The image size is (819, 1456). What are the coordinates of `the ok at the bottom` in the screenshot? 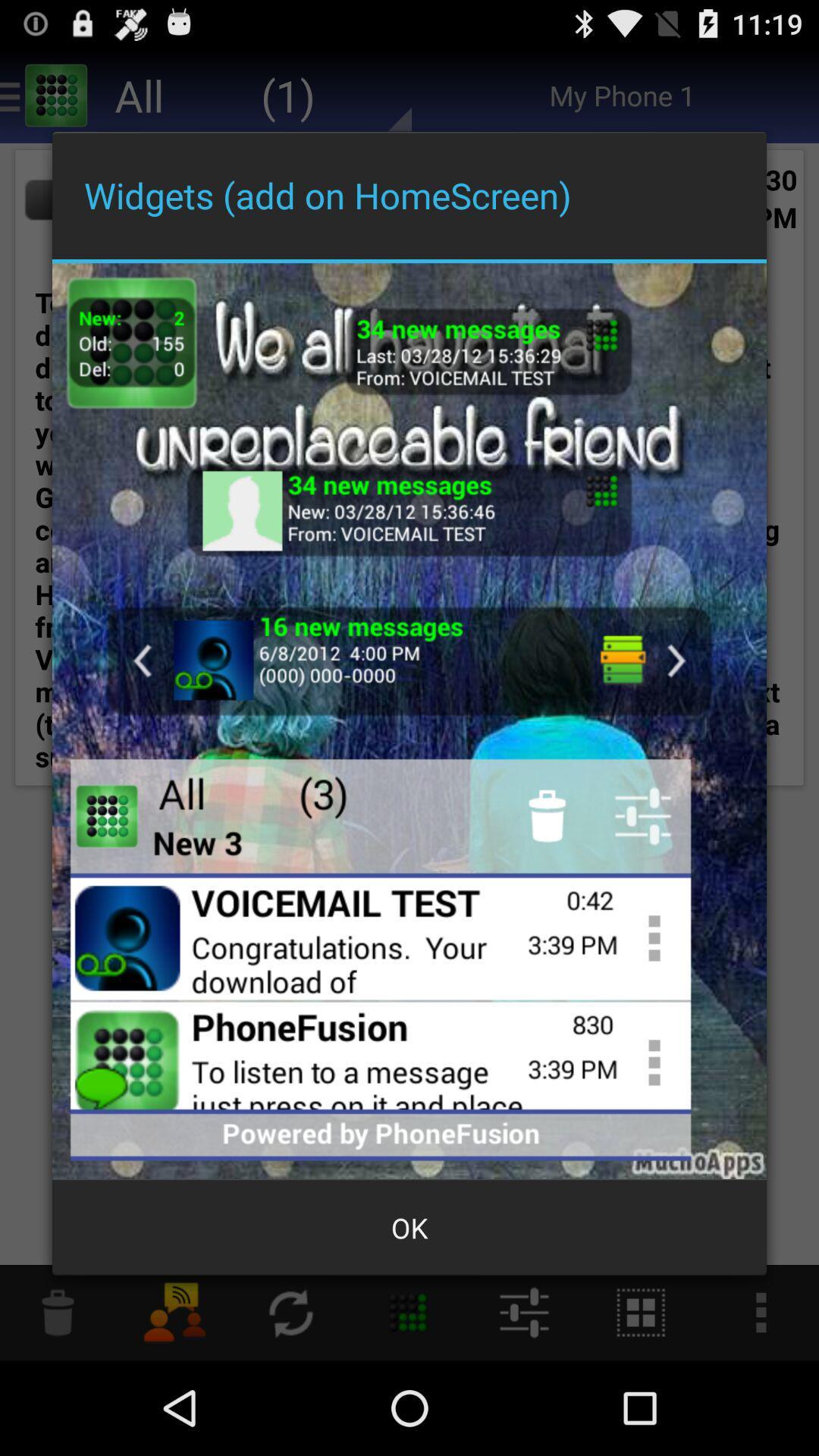 It's located at (409, 1228).